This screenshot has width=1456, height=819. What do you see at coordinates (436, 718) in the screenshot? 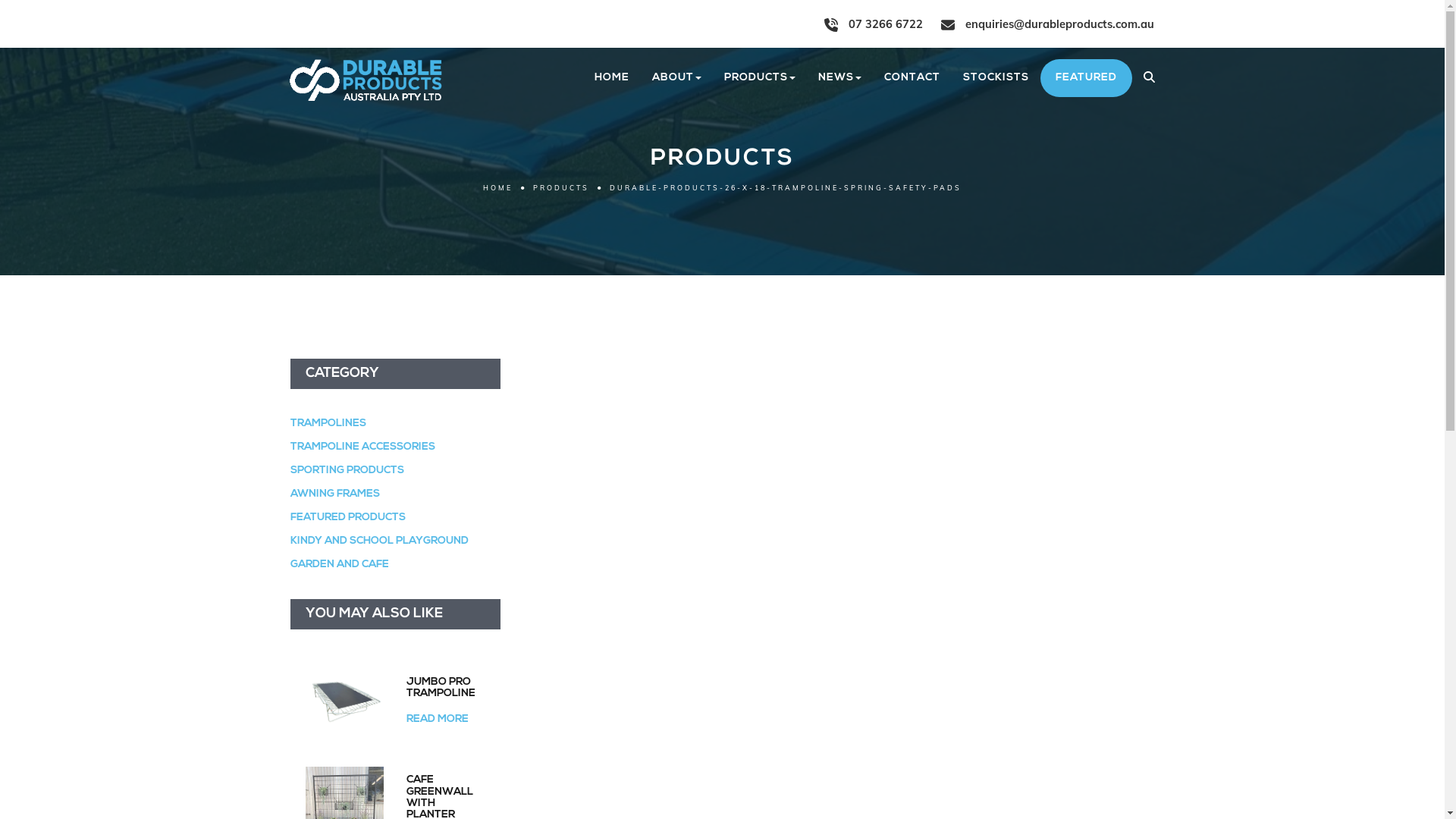
I see `'READ MORE'` at bounding box center [436, 718].